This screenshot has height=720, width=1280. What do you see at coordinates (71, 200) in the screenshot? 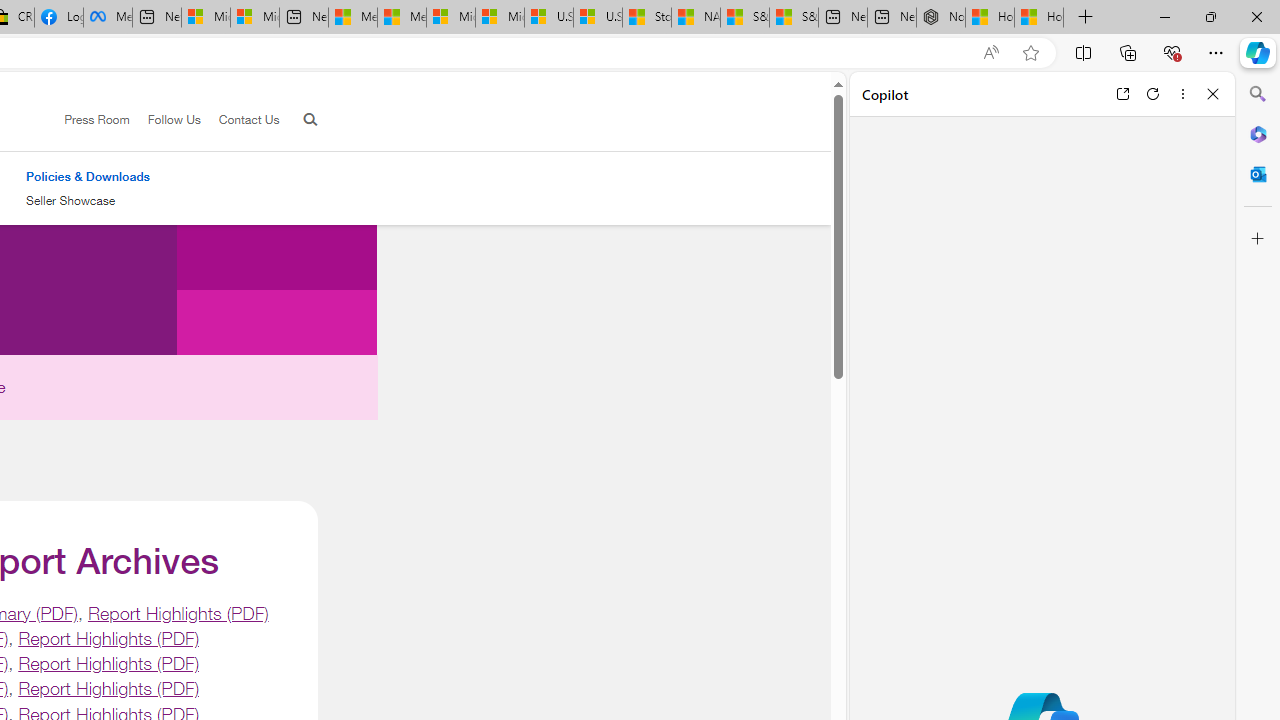
I see `'Seller Showcase'` at bounding box center [71, 200].